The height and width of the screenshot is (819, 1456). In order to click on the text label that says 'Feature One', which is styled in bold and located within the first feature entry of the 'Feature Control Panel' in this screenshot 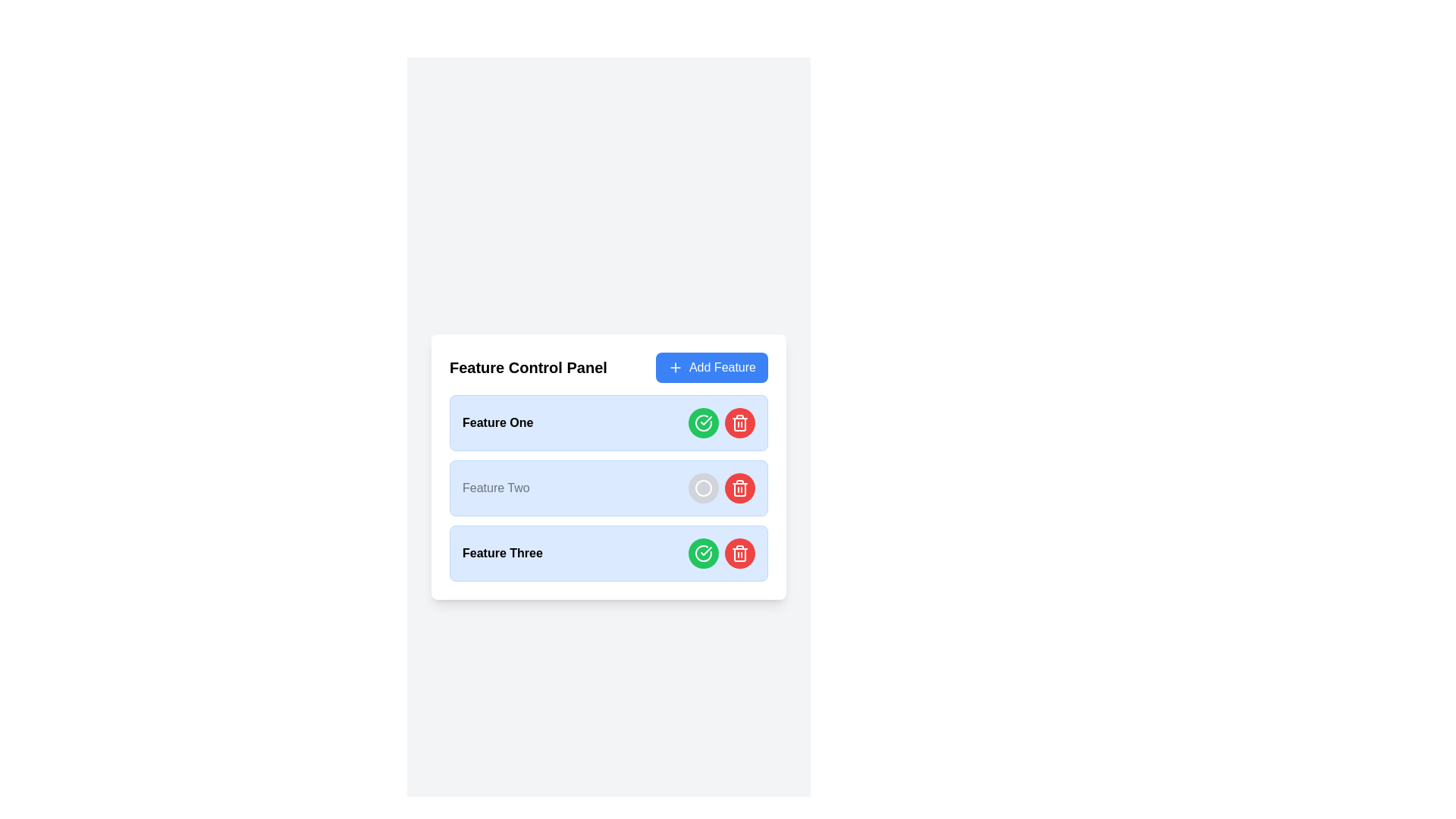, I will do `click(497, 423)`.